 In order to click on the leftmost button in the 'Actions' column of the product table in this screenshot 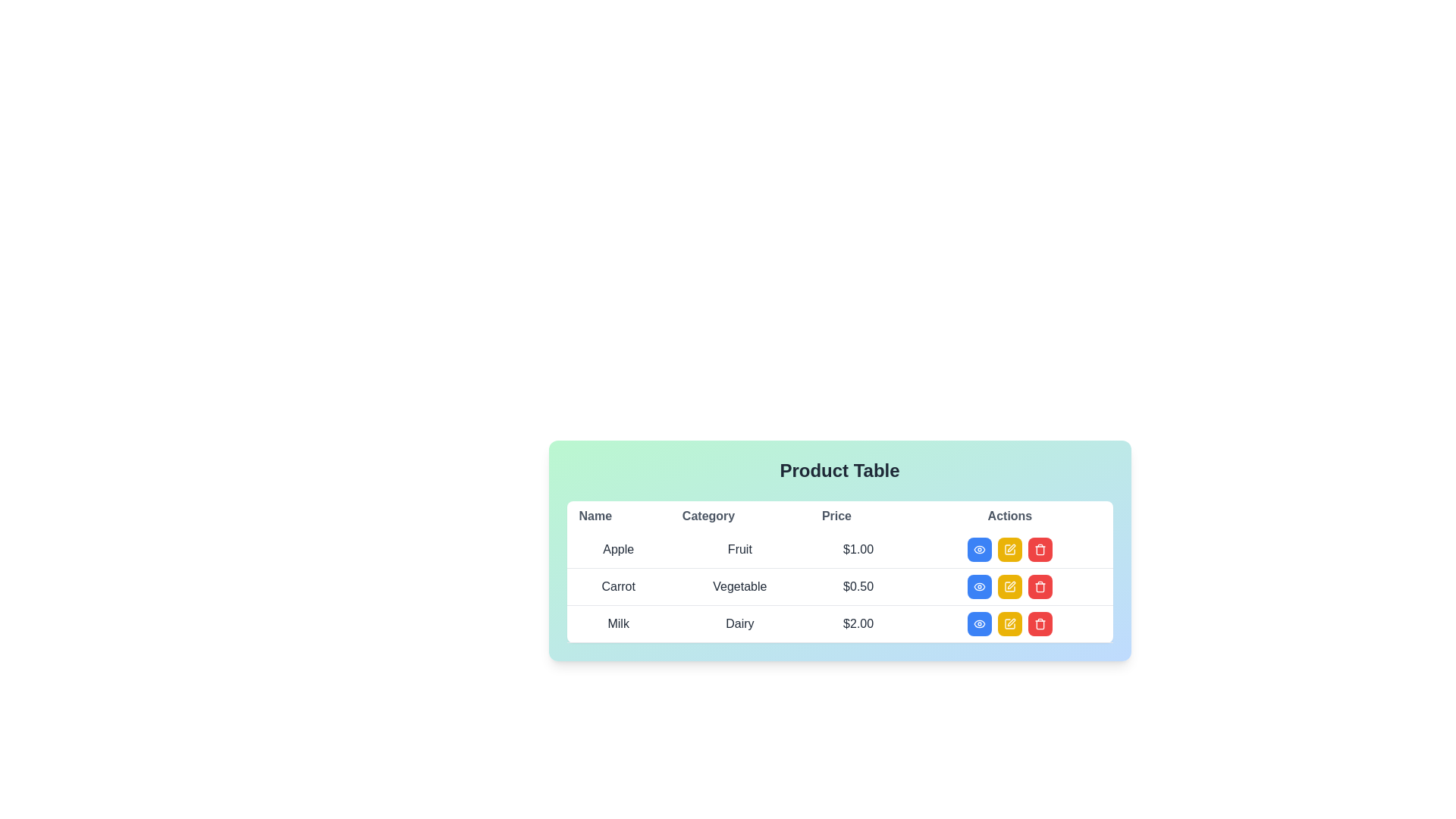, I will do `click(979, 550)`.